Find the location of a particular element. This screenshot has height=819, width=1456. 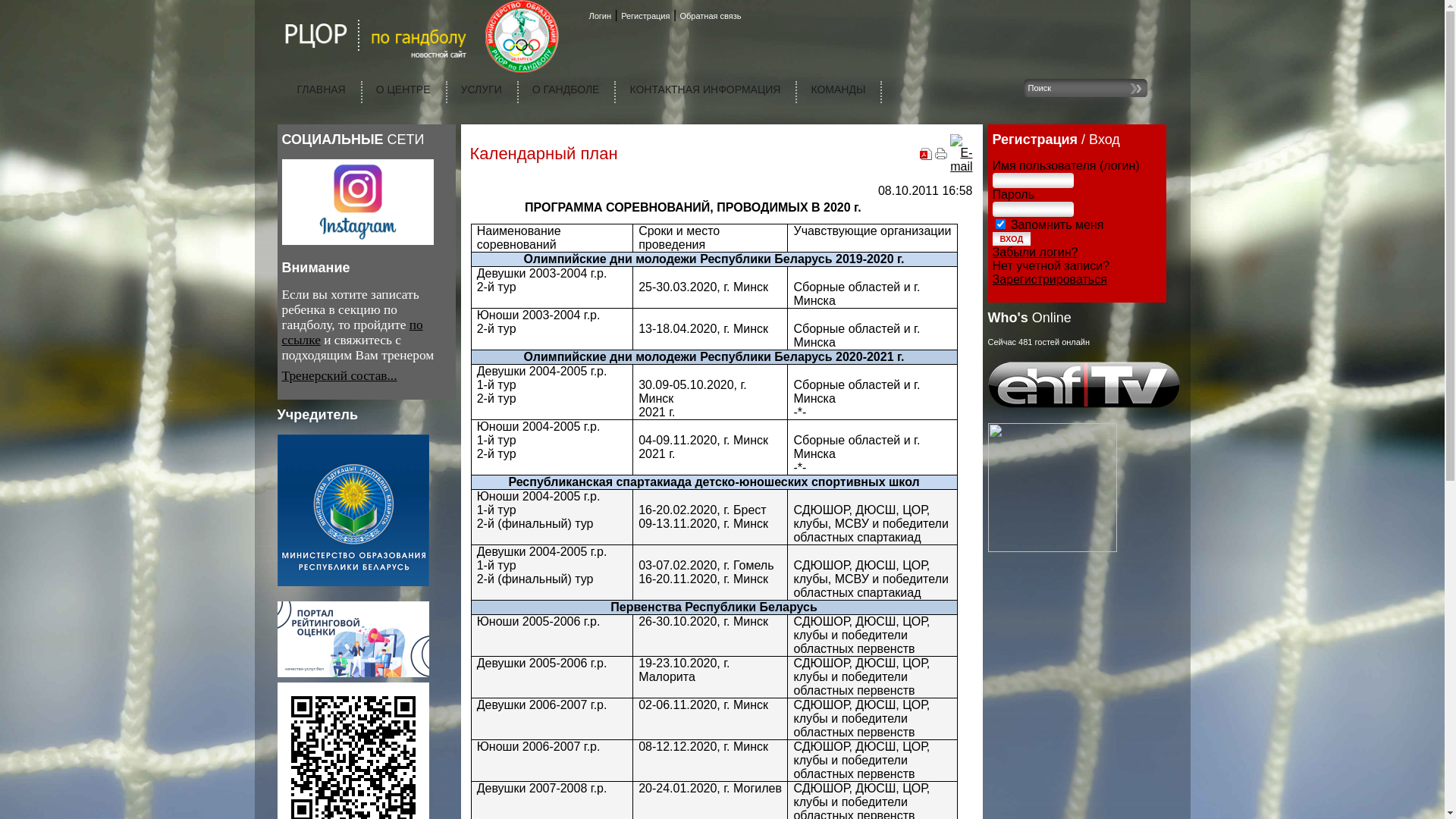

'E-mail' is located at coordinates (960, 166).